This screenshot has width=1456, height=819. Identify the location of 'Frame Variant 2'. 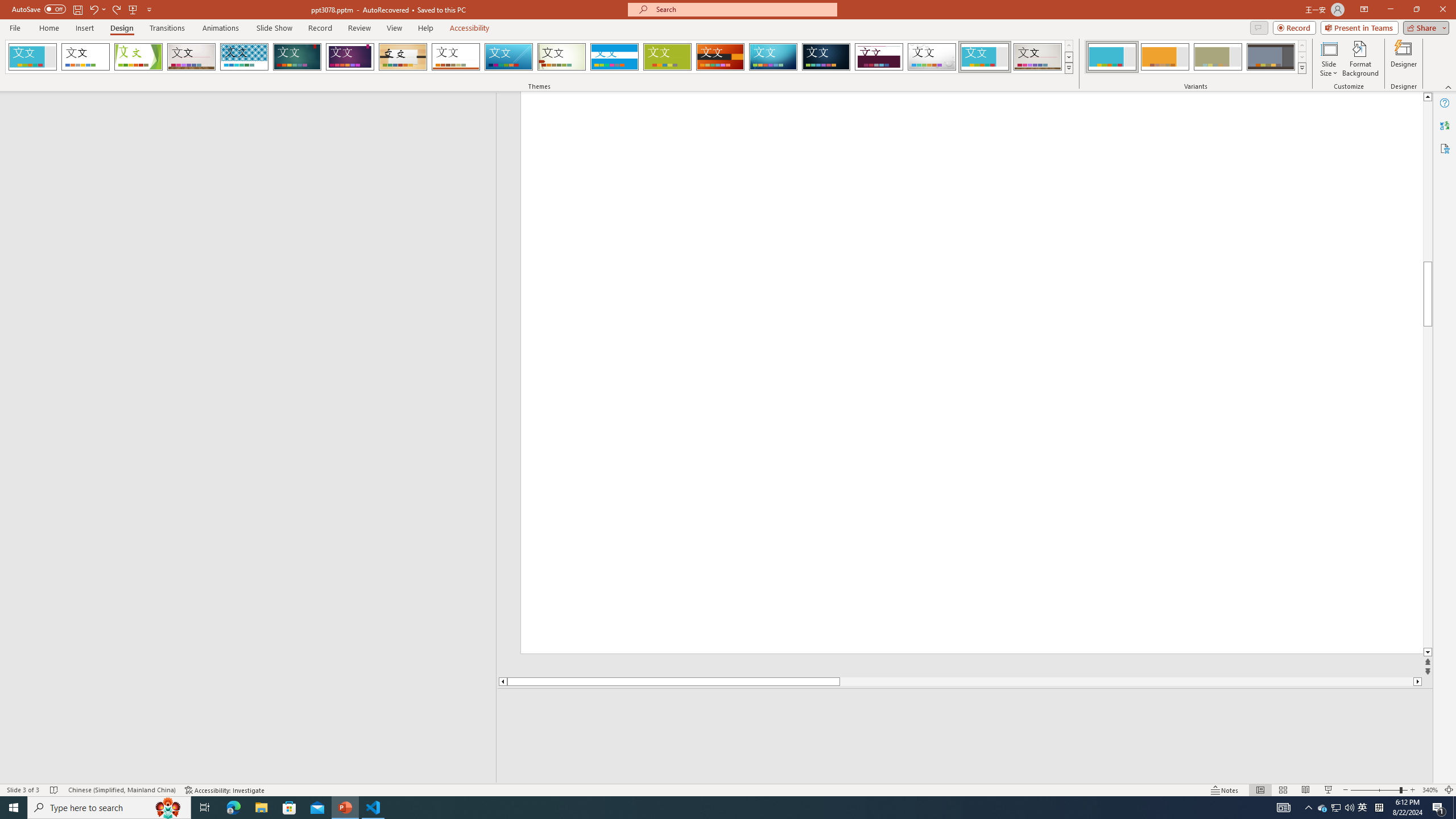
(1164, 56).